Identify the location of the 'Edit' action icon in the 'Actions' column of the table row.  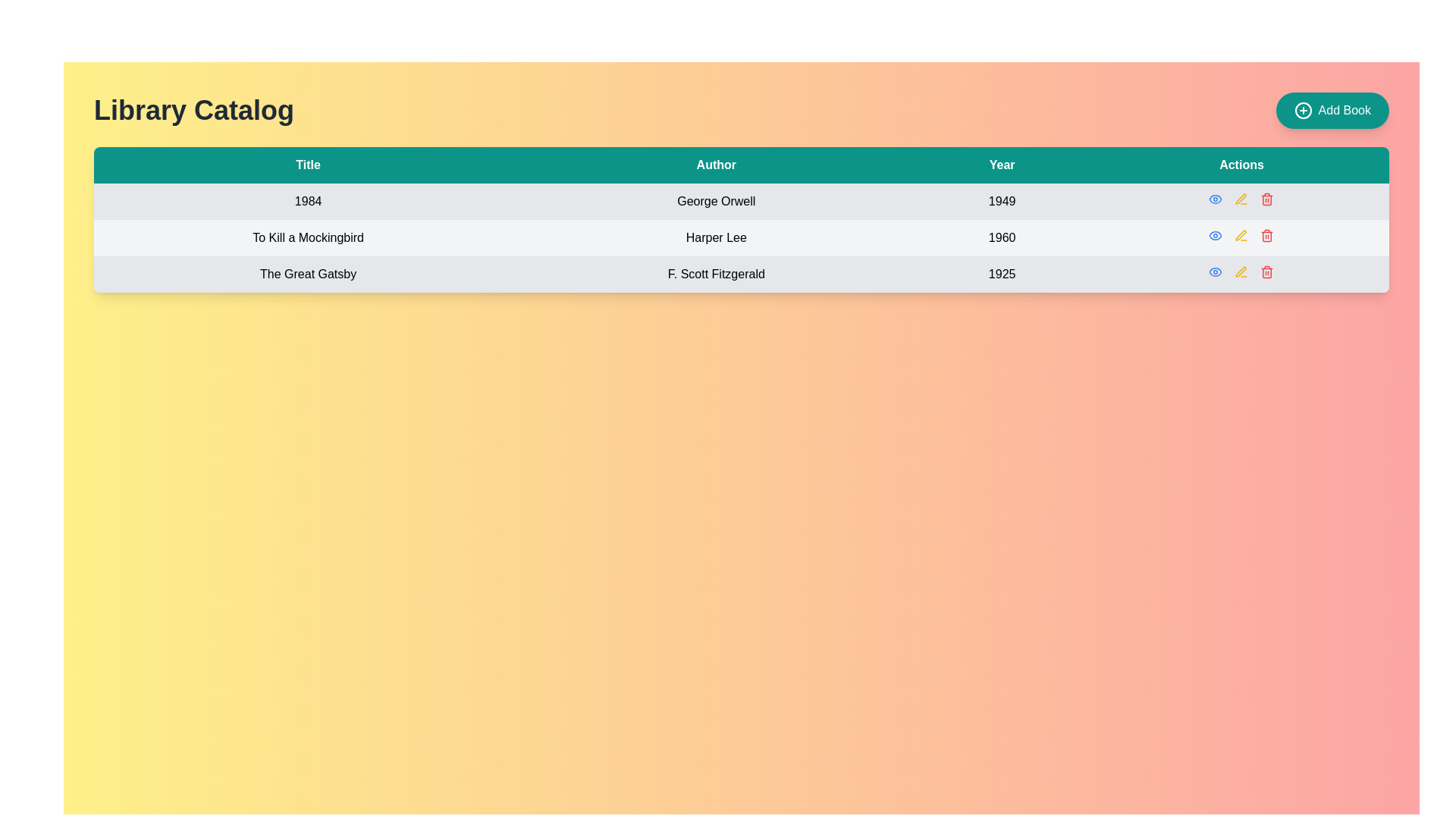
(1241, 235).